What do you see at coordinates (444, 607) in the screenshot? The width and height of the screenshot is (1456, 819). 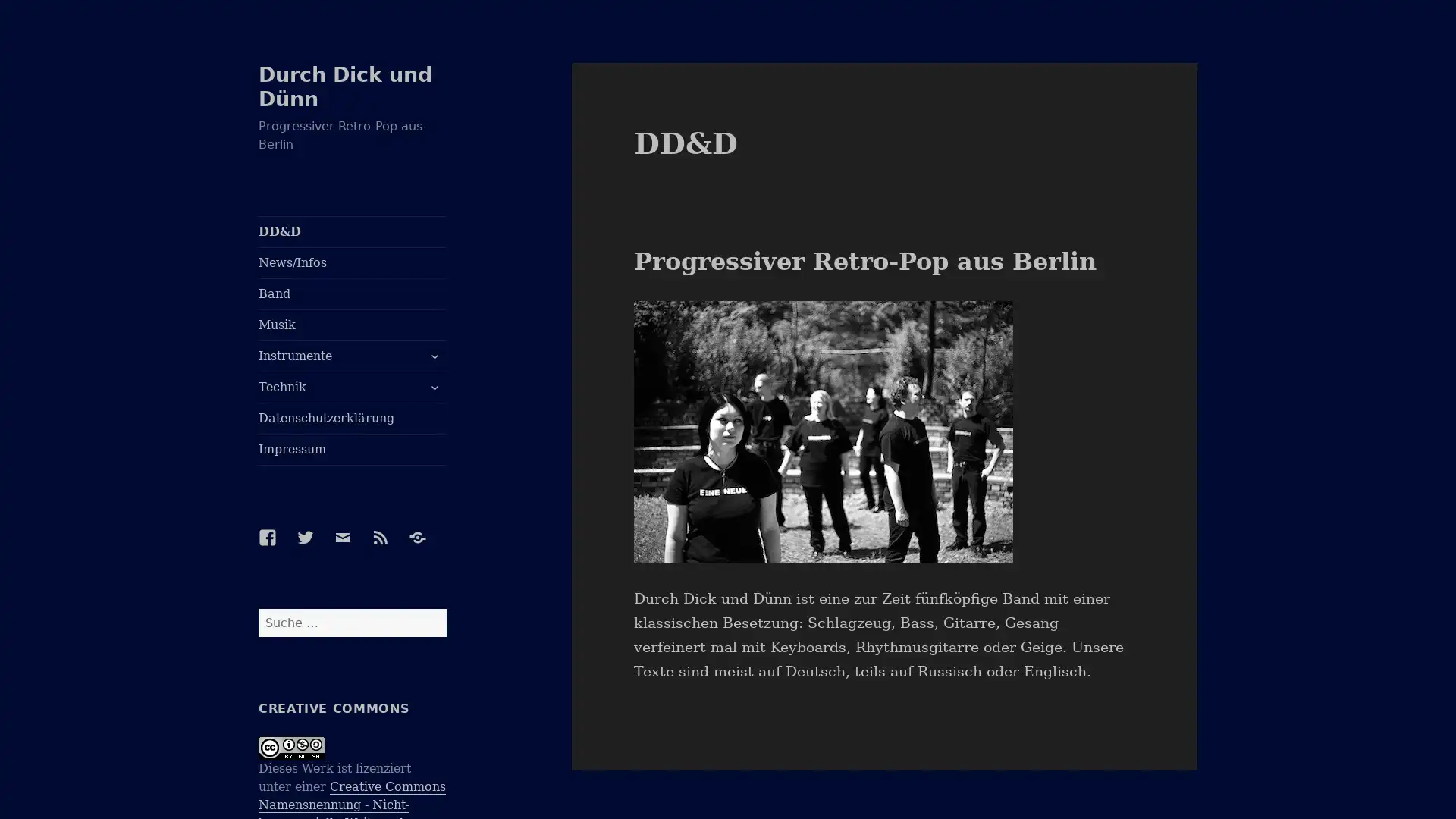 I see `Suche` at bounding box center [444, 607].